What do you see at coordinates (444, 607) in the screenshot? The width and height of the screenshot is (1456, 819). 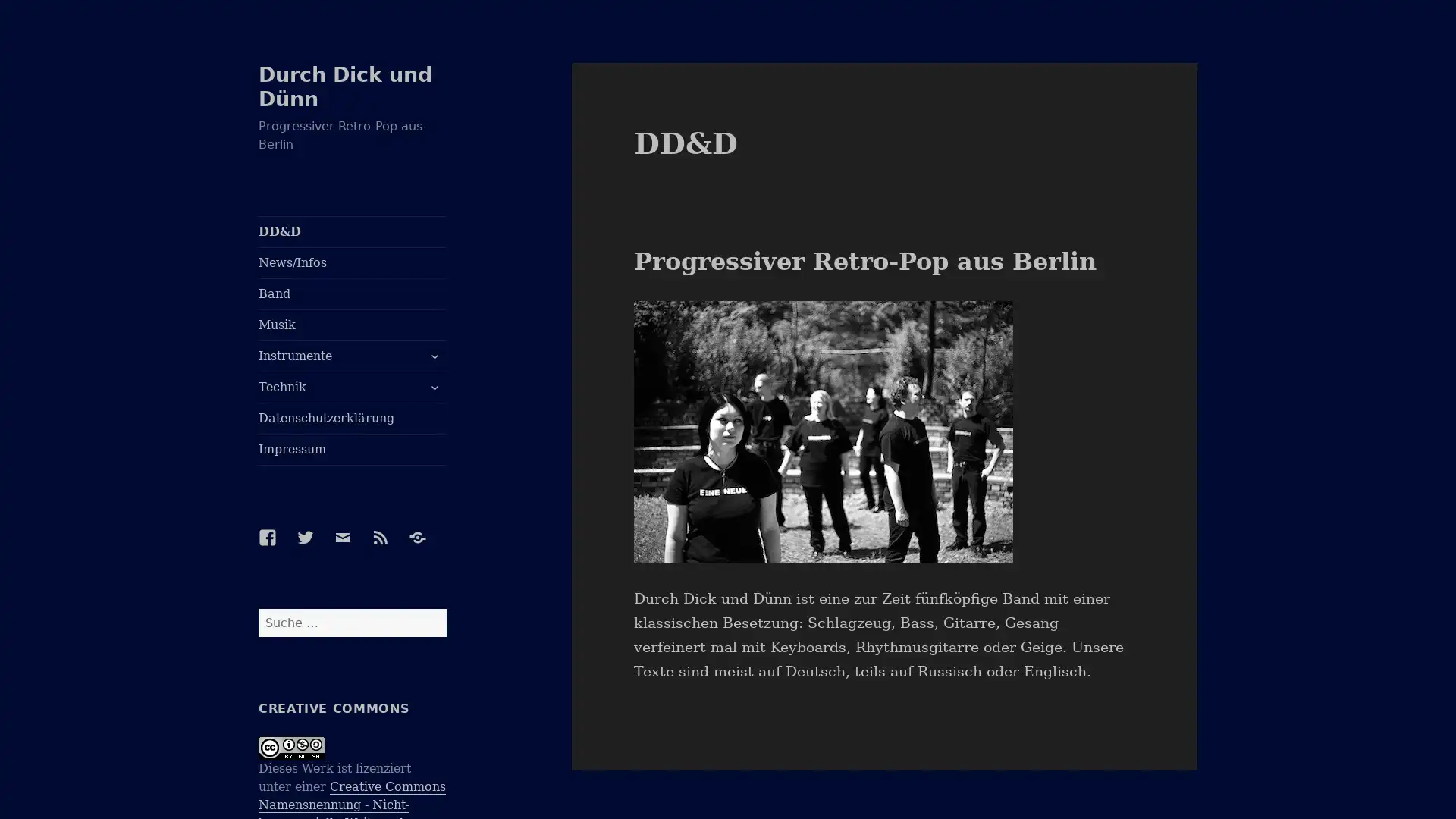 I see `Suche` at bounding box center [444, 607].